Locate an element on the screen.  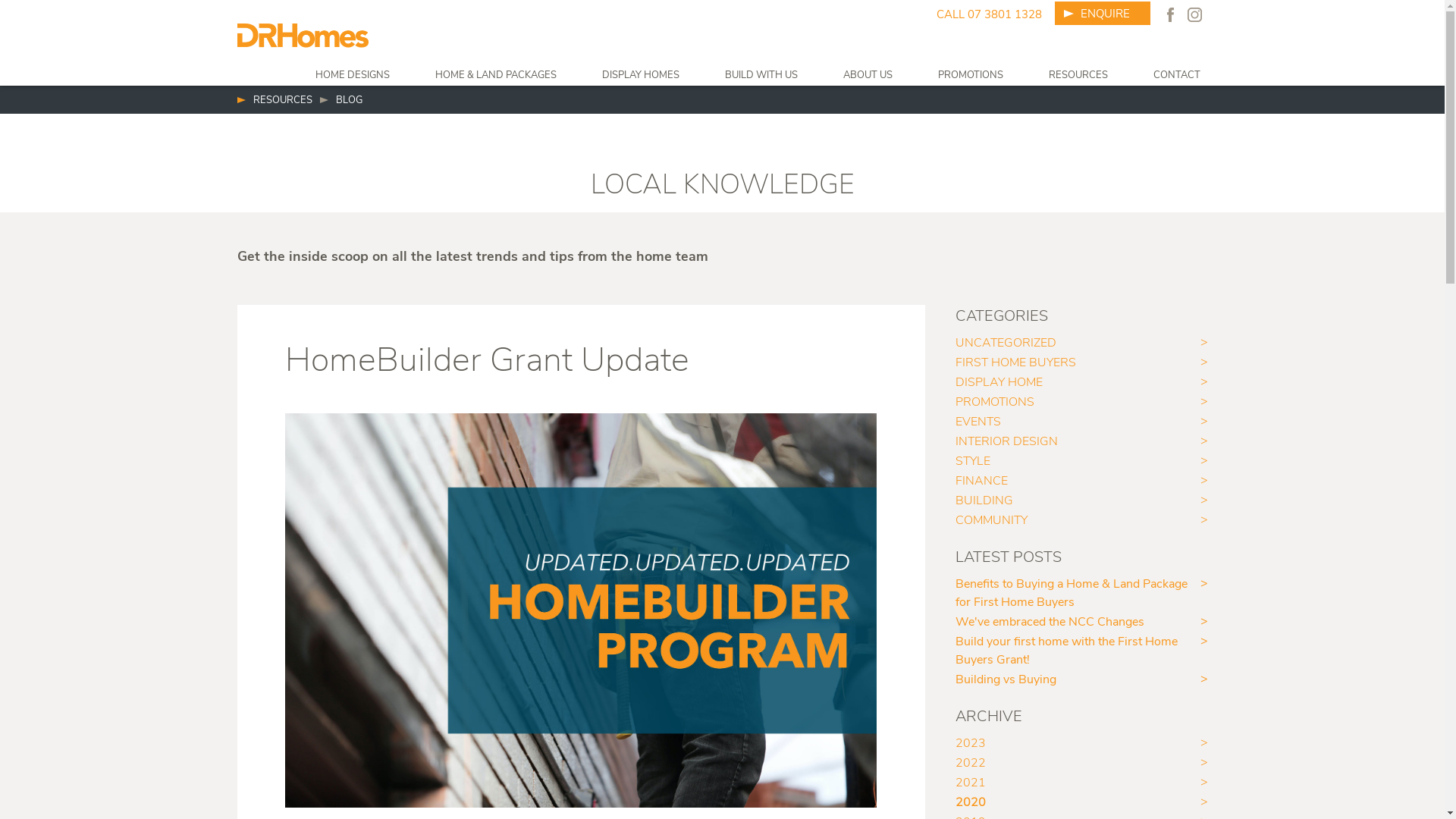
'DISPLAY HOME' is located at coordinates (1080, 381).